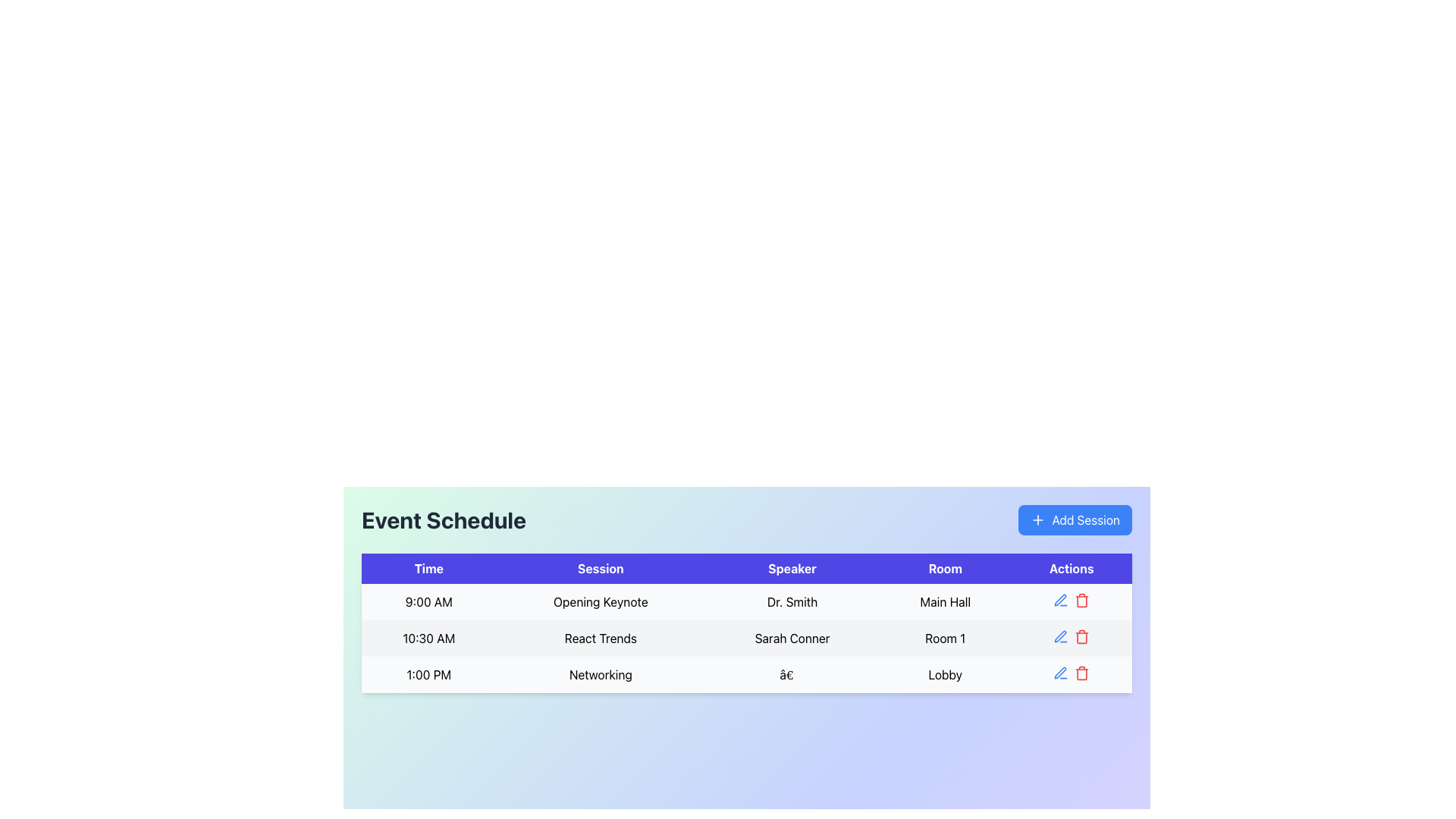 Image resolution: width=1456 pixels, height=819 pixels. What do you see at coordinates (1037, 519) in the screenshot?
I see `the icon within the blue 'Add Session' button located at the top-right corner of the event schedule section` at bounding box center [1037, 519].